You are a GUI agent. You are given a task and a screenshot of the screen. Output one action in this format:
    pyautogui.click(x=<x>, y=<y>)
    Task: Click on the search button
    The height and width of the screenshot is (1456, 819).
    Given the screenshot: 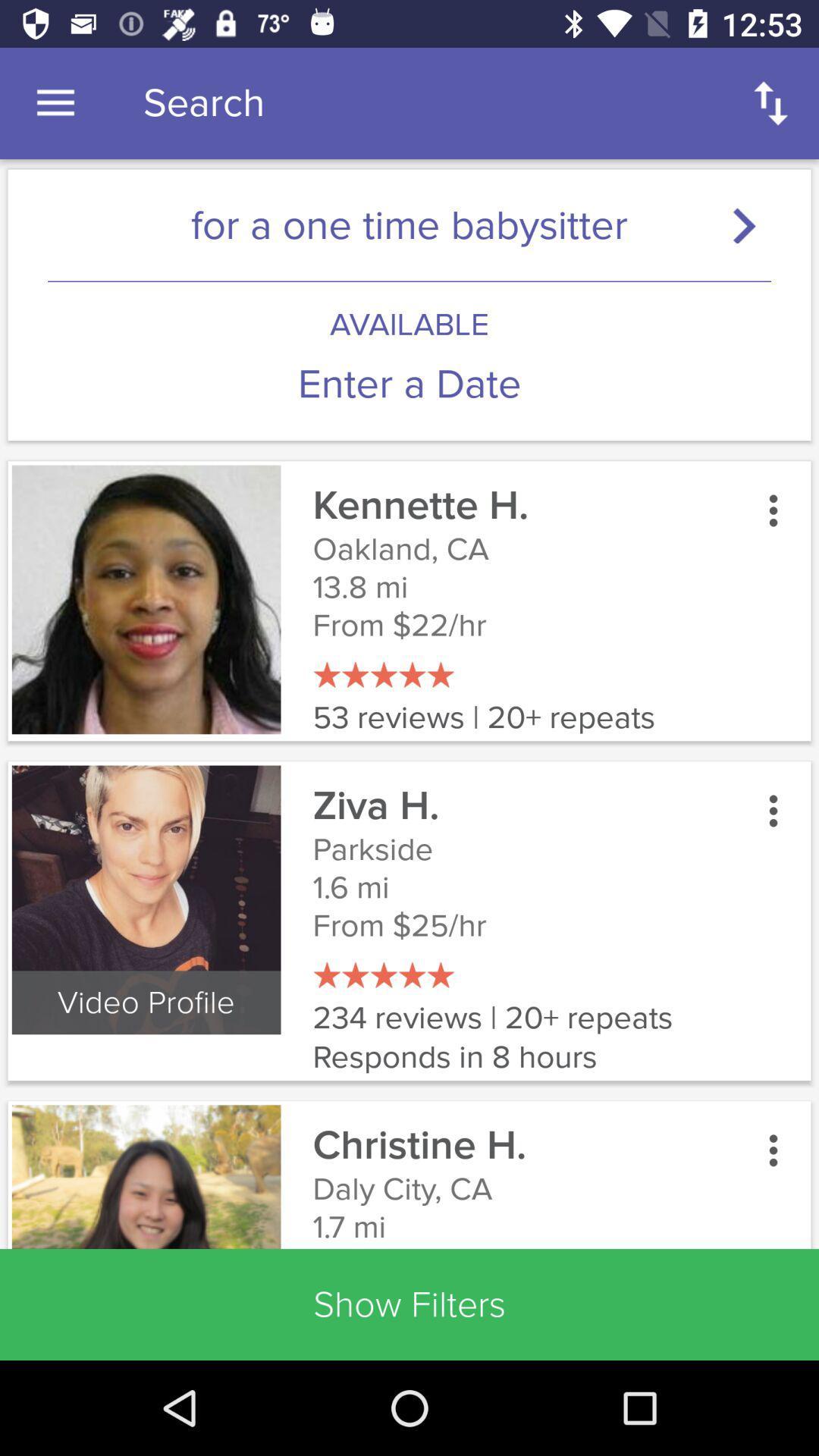 What is the action you would take?
    pyautogui.click(x=751, y=224)
    